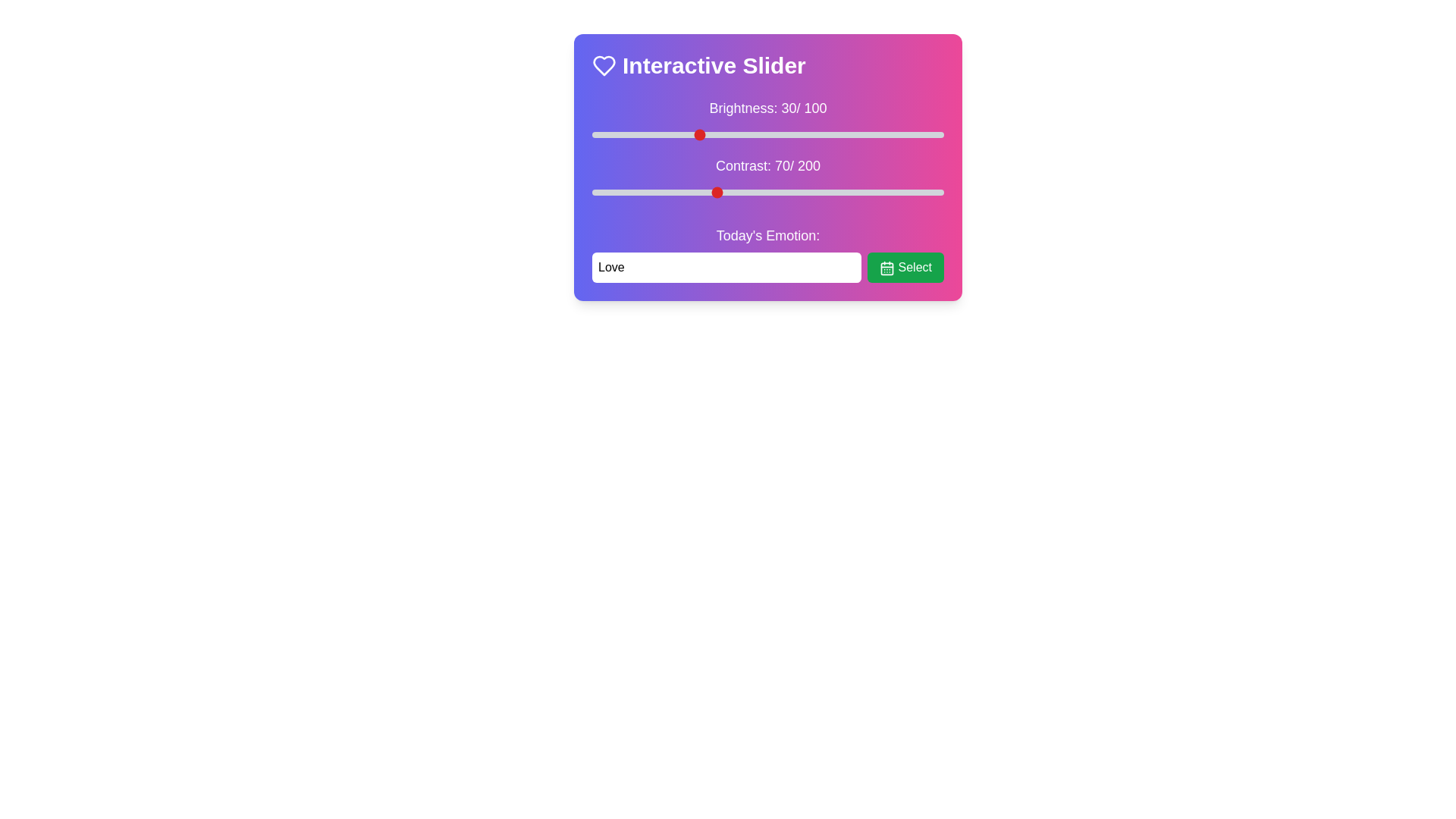  Describe the element at coordinates (689, 133) in the screenshot. I see `the brightness slider to 28%` at that location.